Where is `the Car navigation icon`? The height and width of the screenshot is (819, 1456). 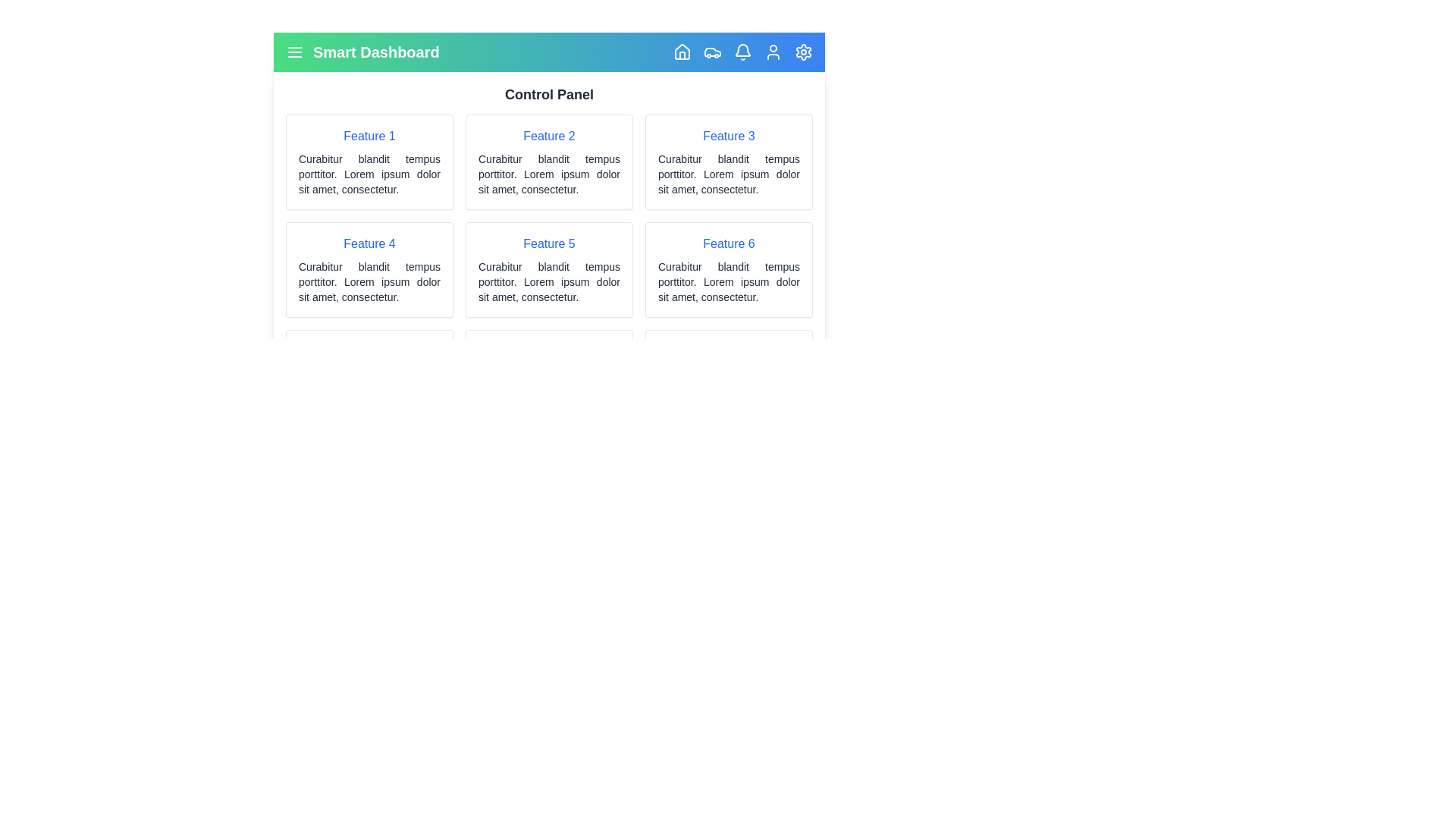 the Car navigation icon is located at coordinates (712, 52).